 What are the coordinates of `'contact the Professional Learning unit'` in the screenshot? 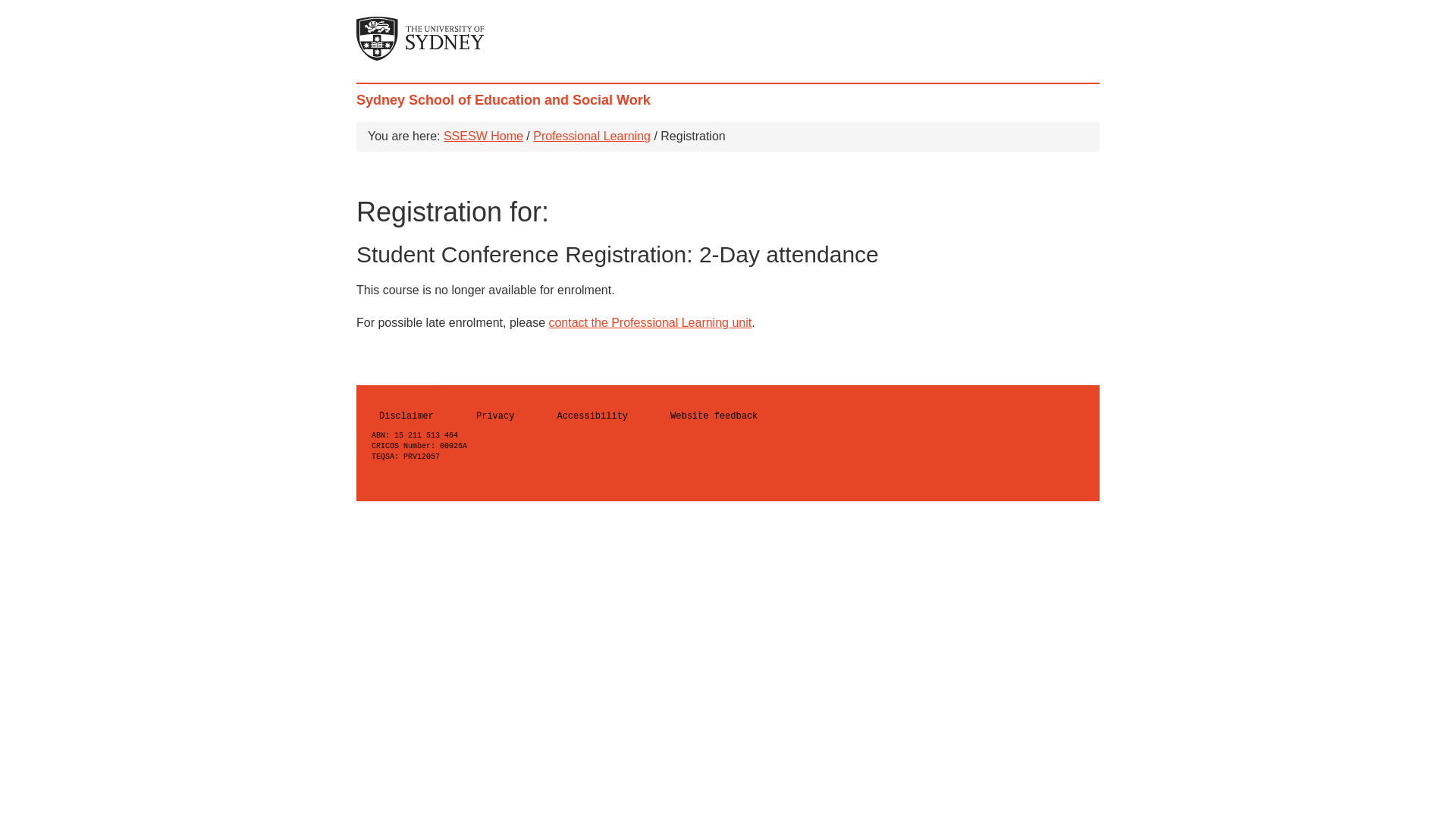 It's located at (650, 322).